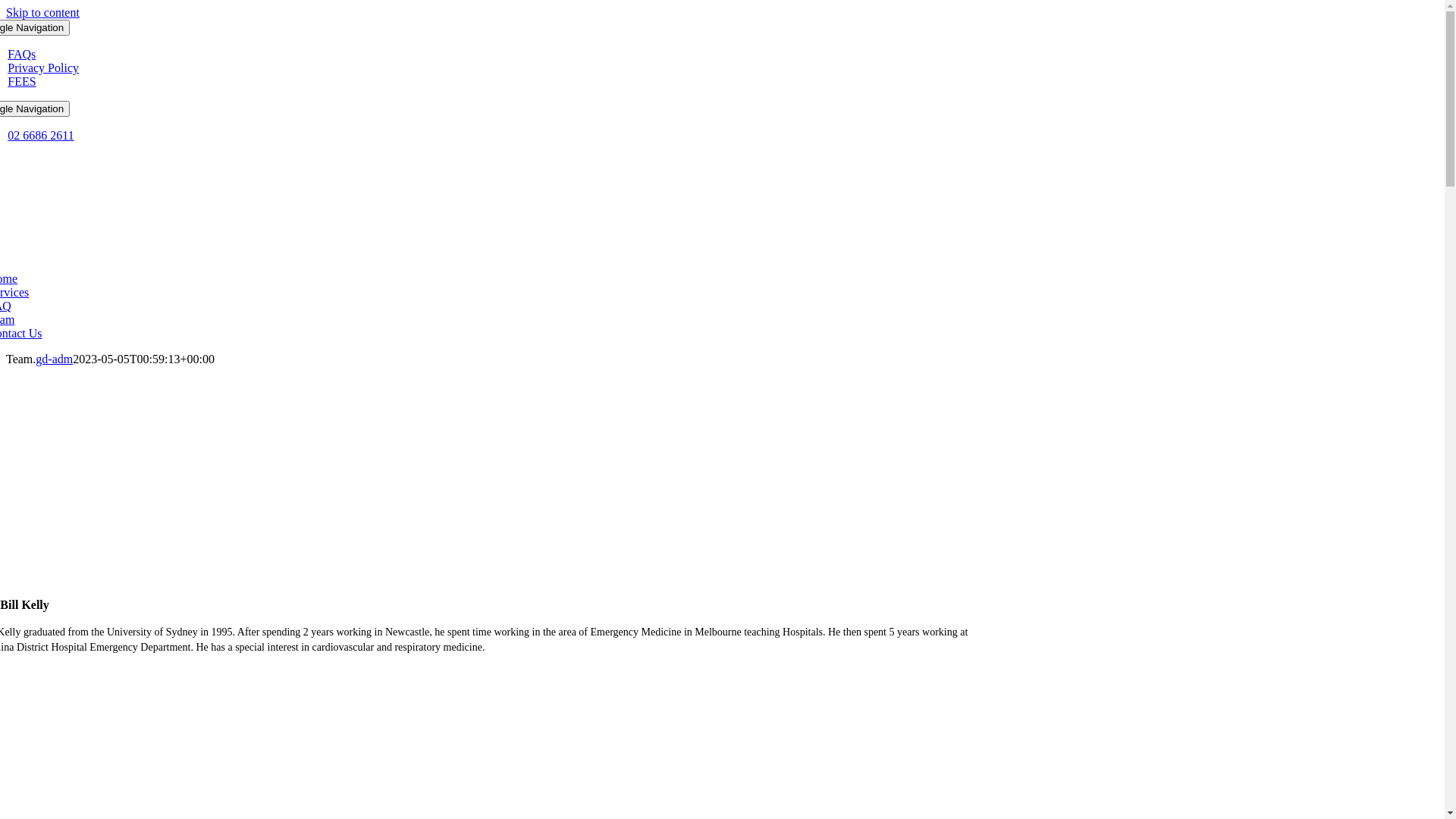 The image size is (1456, 819). Describe the element at coordinates (21, 81) in the screenshot. I see `'FEES'` at that location.